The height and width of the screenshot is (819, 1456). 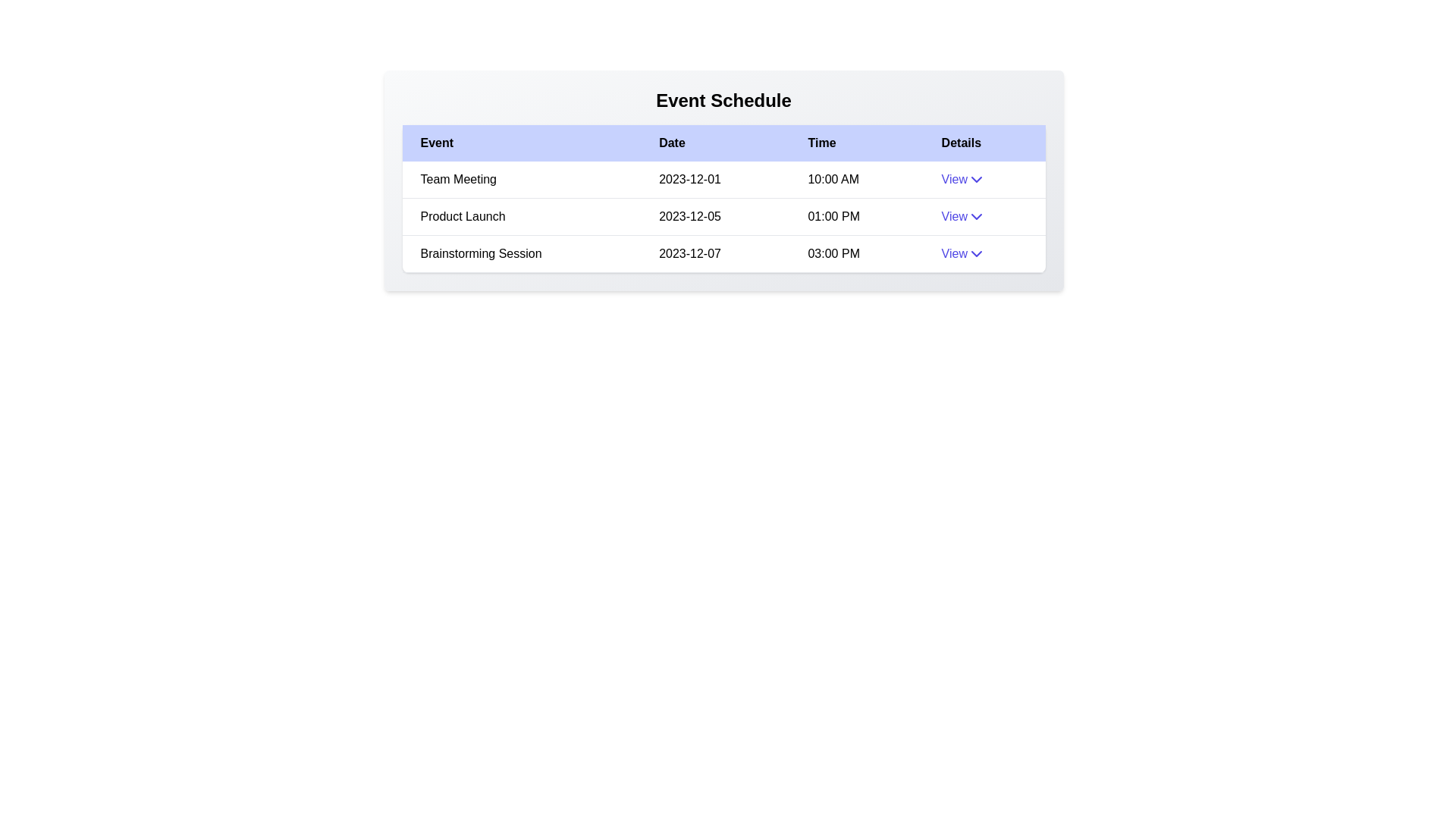 I want to click on the 'View' button for the event with name Team Meeting, so click(x=962, y=178).